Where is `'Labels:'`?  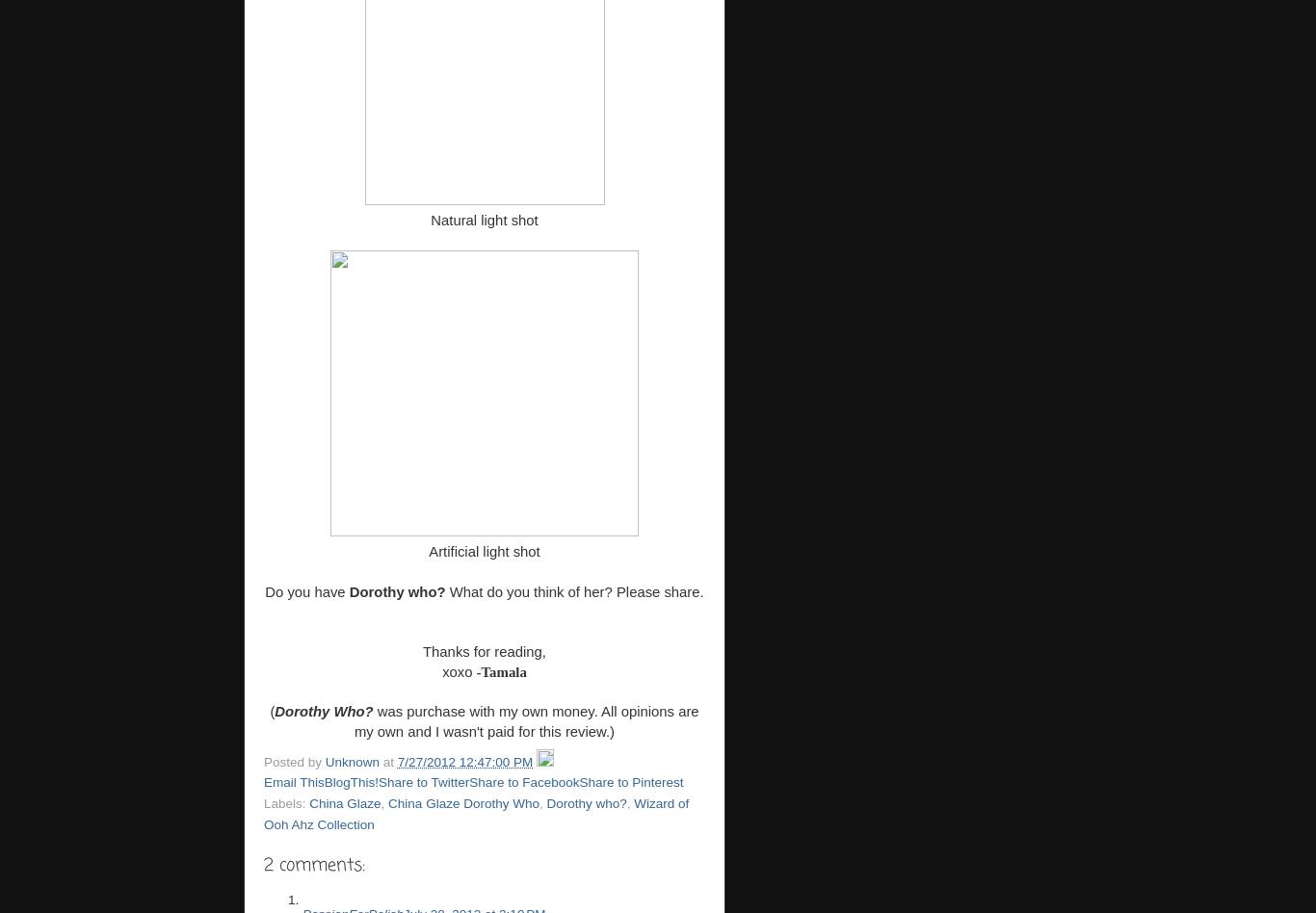
'Labels:' is located at coordinates (286, 801).